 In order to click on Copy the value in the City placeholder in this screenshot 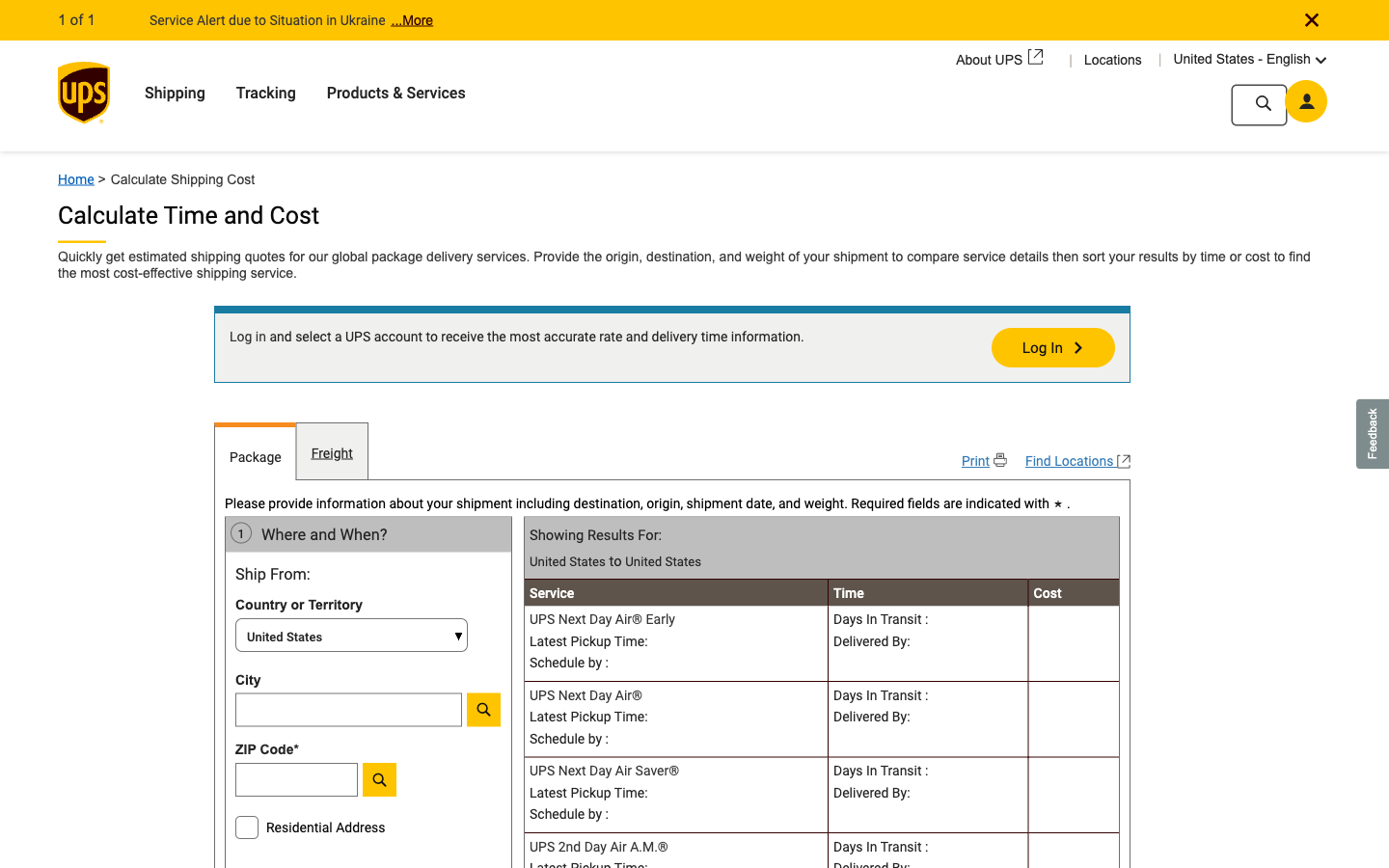, I will do `click(350, 708)`.